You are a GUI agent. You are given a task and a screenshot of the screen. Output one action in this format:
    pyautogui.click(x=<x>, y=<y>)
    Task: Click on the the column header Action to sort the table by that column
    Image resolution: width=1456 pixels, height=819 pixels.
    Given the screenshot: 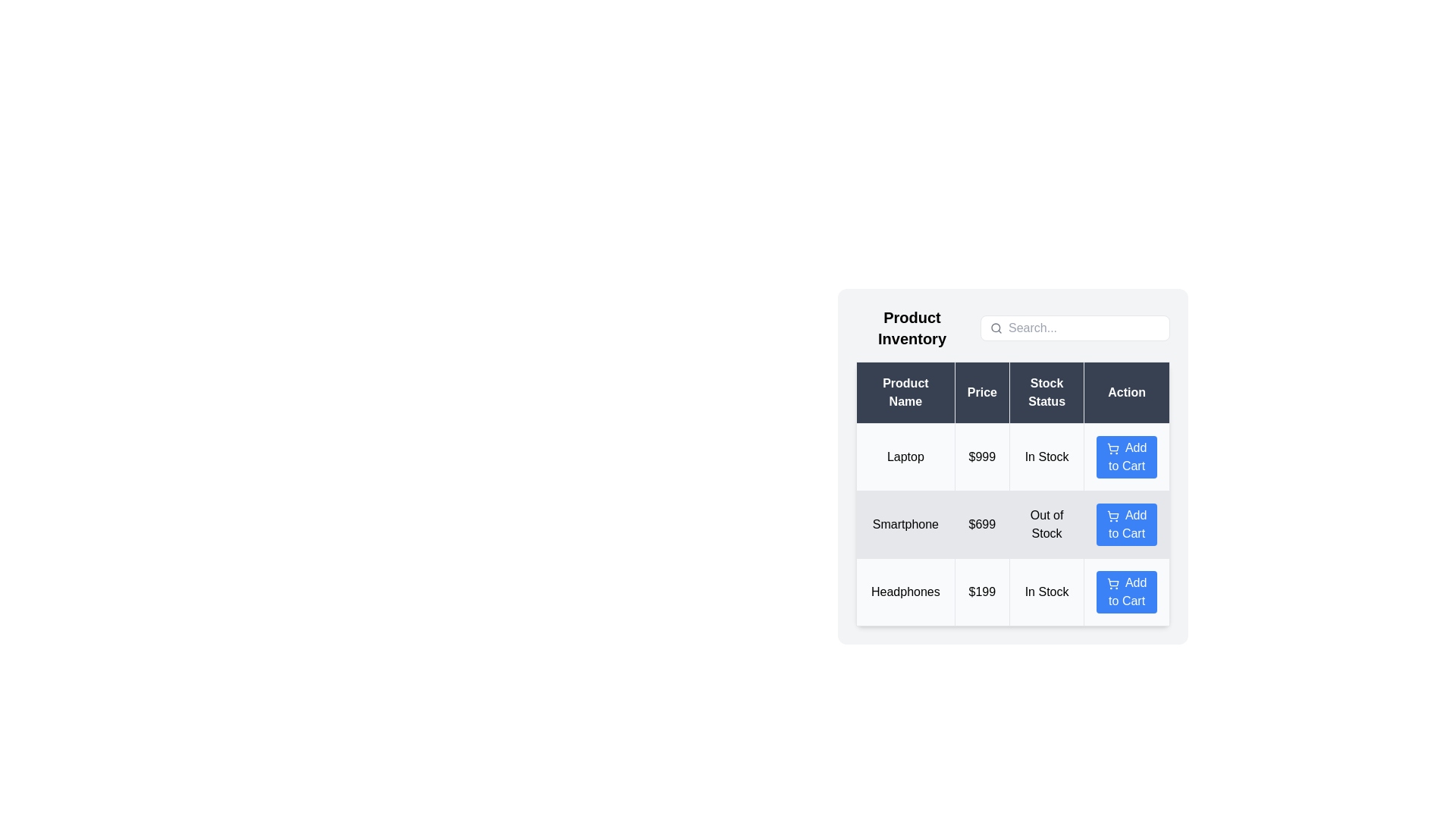 What is the action you would take?
    pyautogui.click(x=1127, y=391)
    